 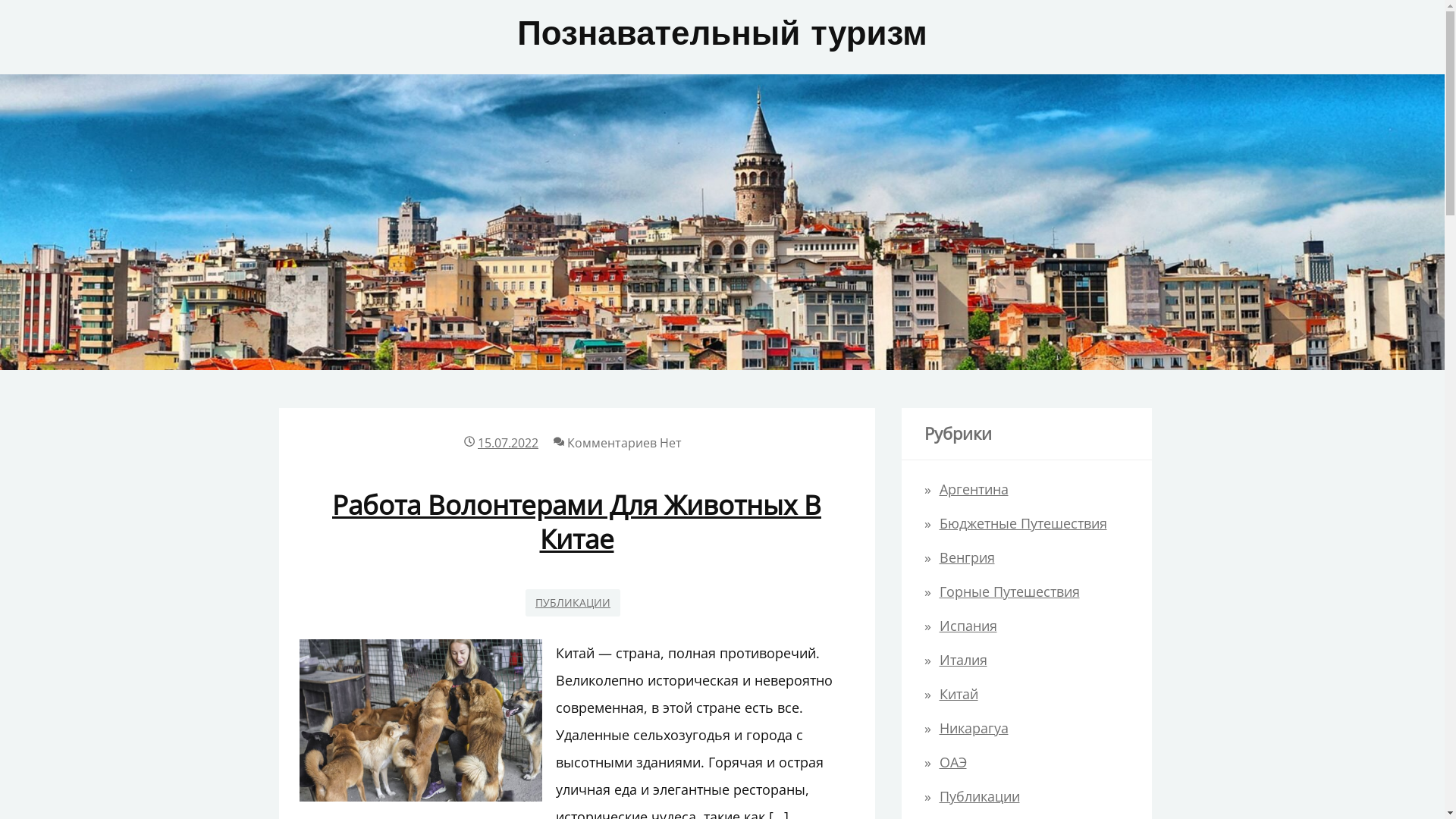 What do you see at coordinates (508, 442) in the screenshot?
I see `'15.07.2022'` at bounding box center [508, 442].